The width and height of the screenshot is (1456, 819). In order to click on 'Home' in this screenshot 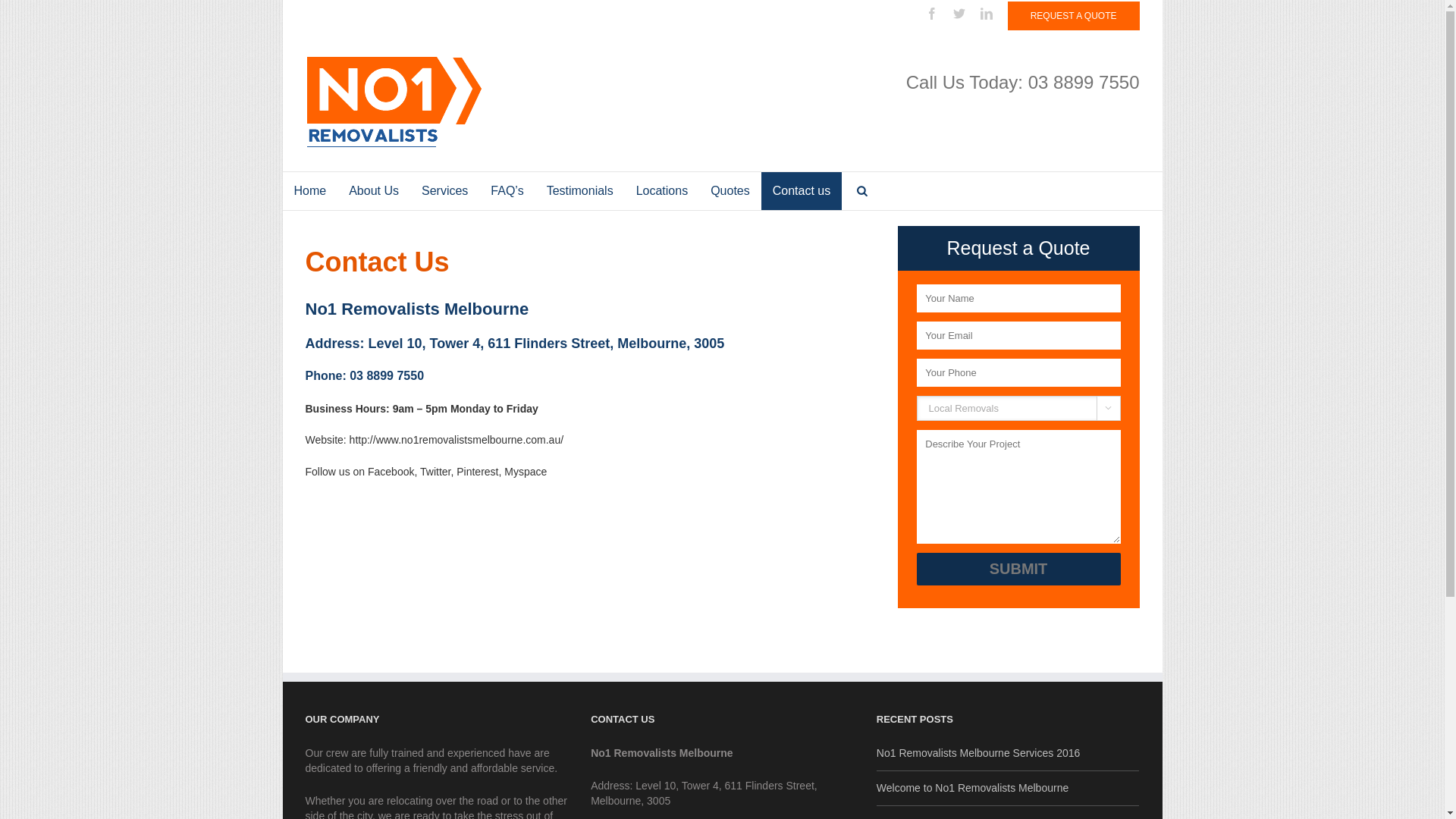, I will do `click(309, 190)`.